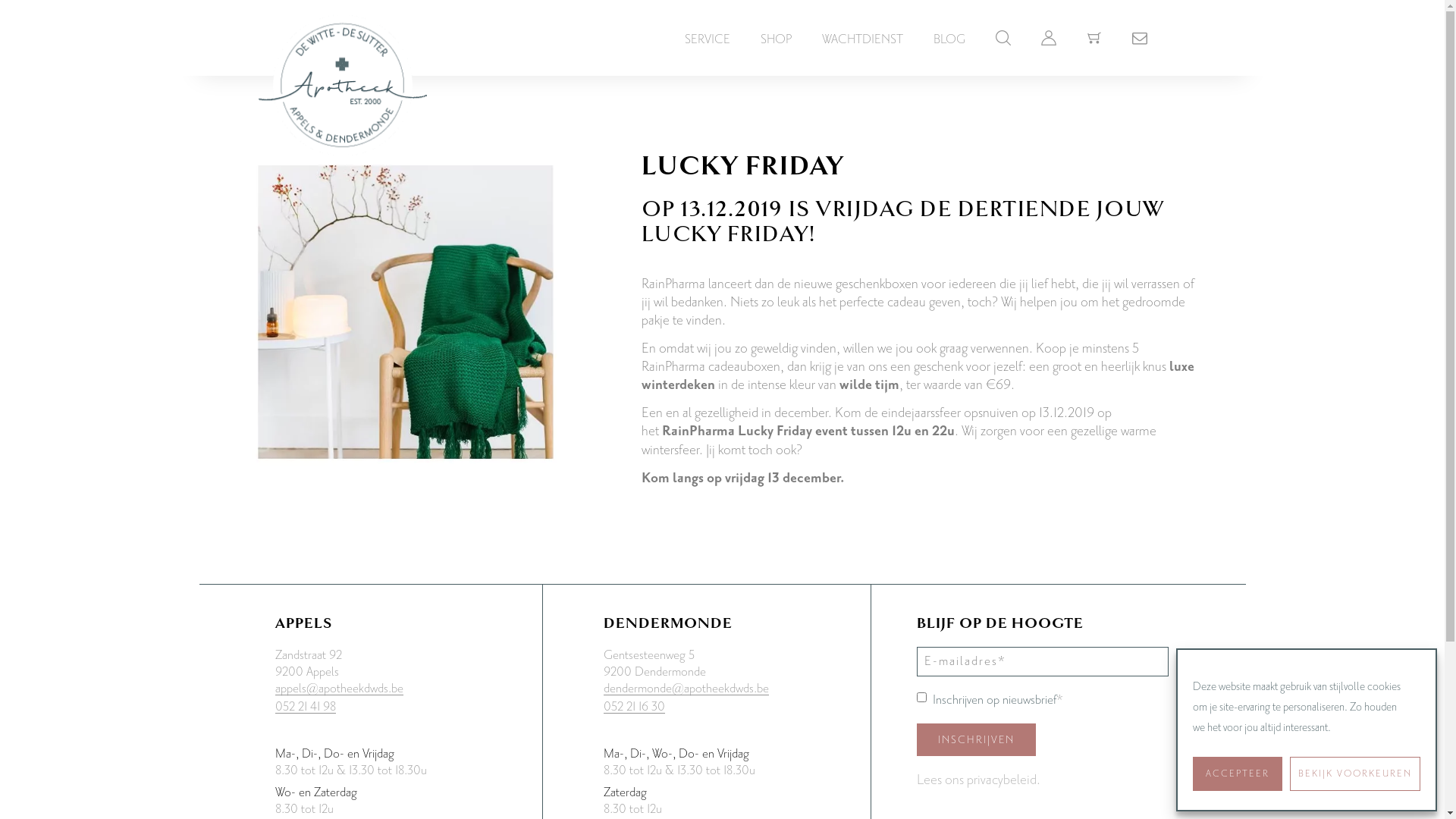 This screenshot has height=819, width=1456. What do you see at coordinates (948, 38) in the screenshot?
I see `'BLOG'` at bounding box center [948, 38].